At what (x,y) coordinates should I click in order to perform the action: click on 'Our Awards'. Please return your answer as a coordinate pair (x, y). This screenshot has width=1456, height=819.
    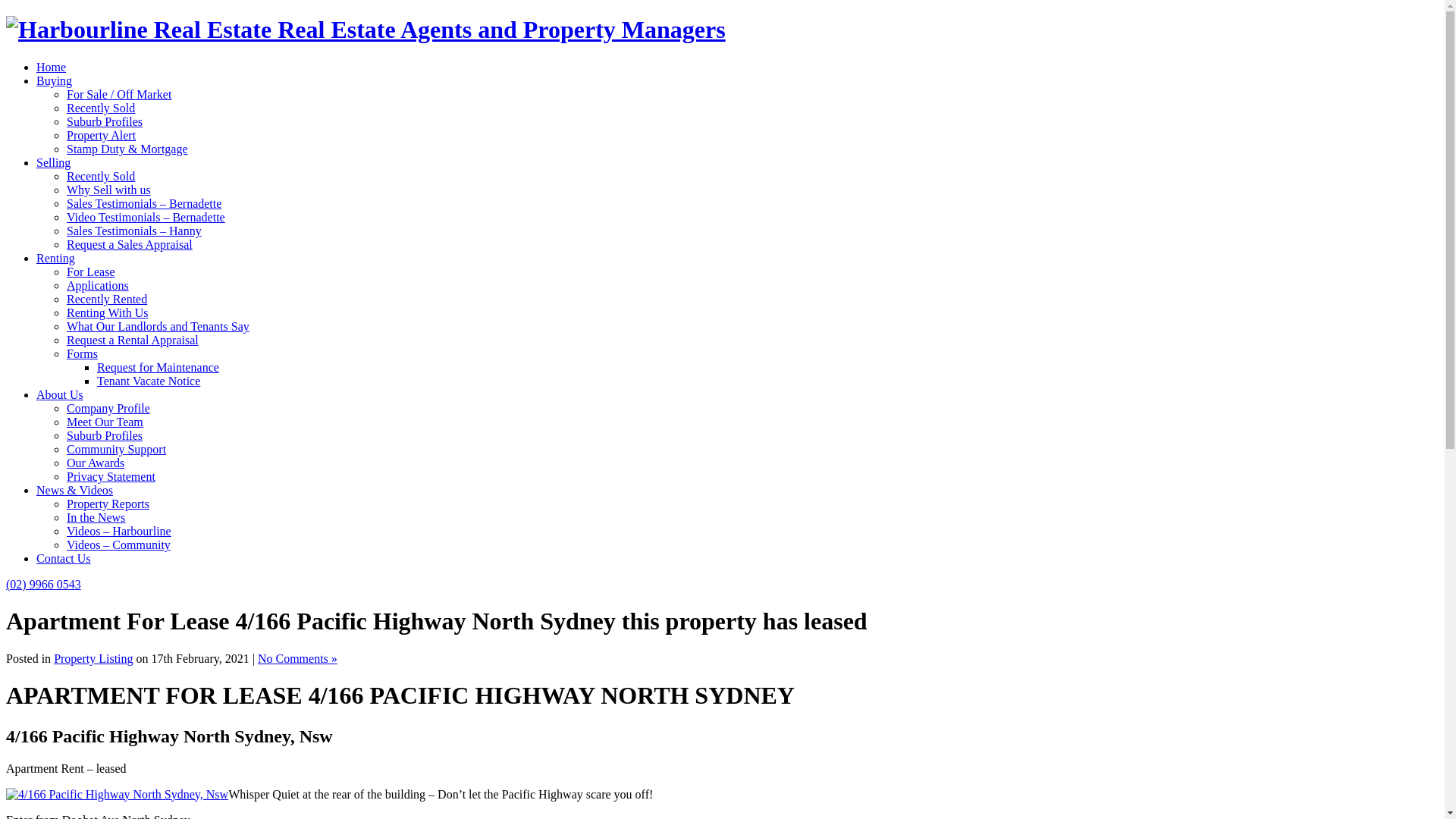
    Looking at the image, I should click on (94, 462).